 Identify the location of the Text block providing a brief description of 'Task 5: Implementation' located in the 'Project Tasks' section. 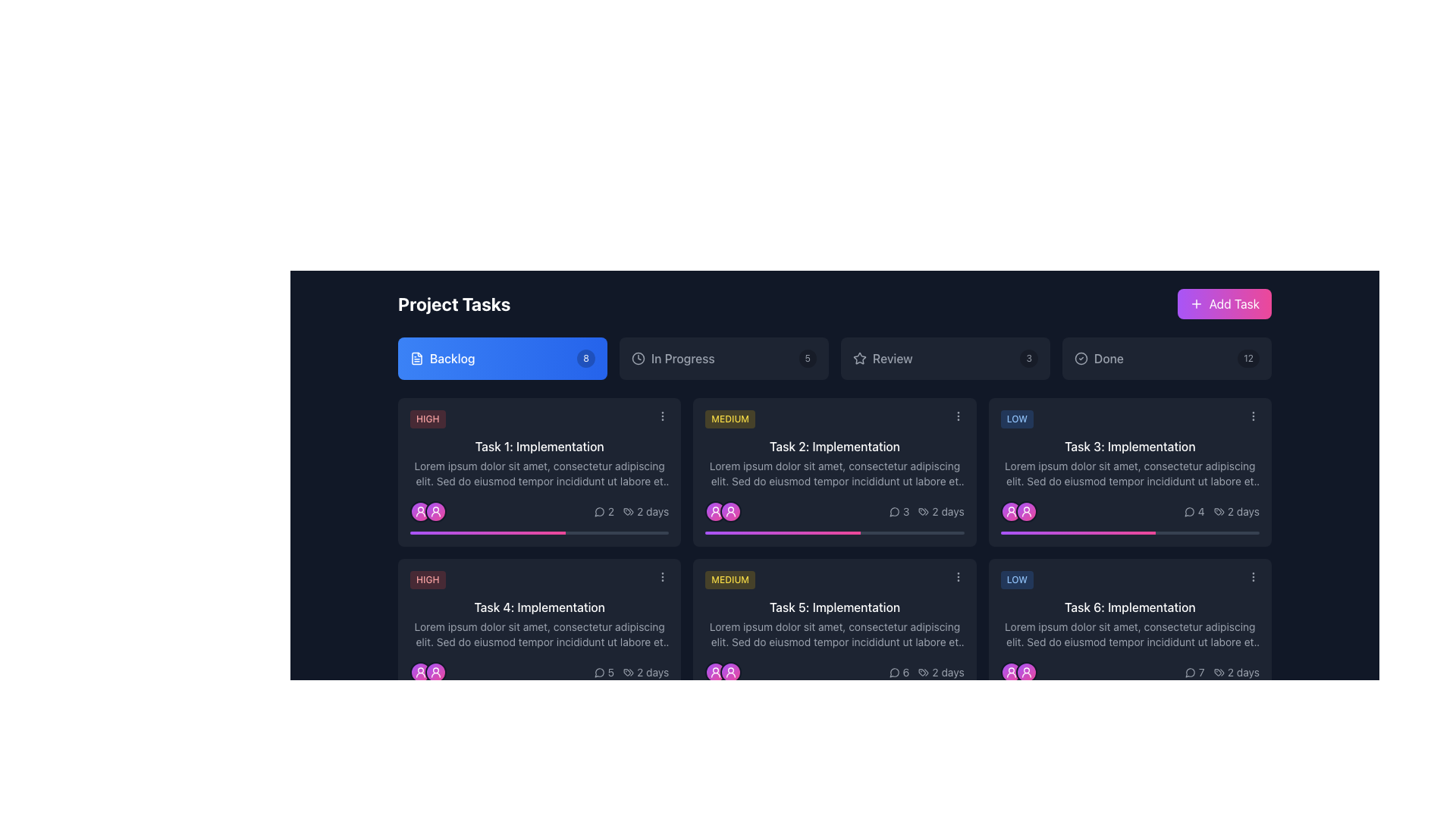
(833, 635).